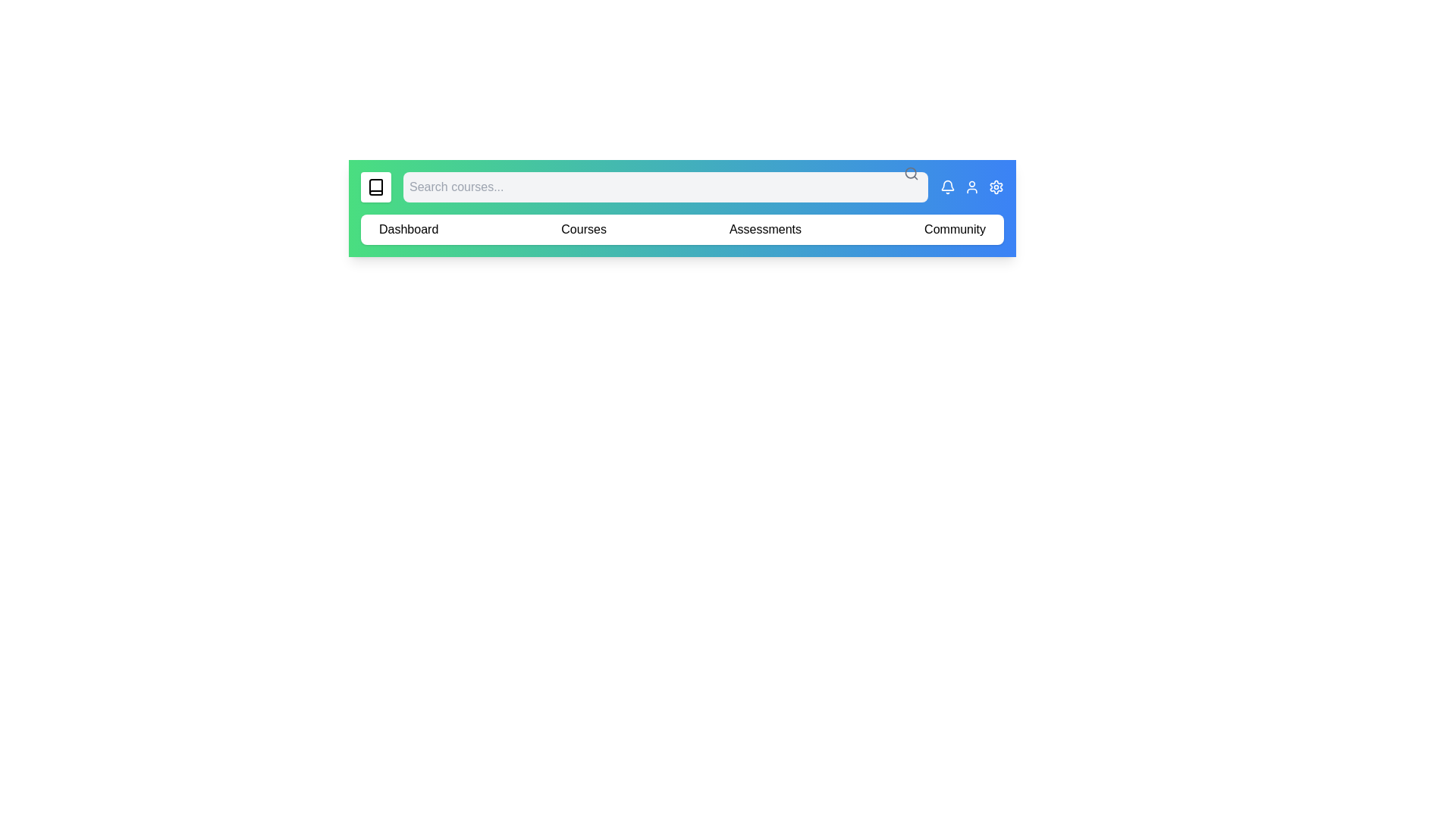 Image resolution: width=1456 pixels, height=819 pixels. I want to click on the element labeled 'Search Icon' to reveal its hover effect, so click(910, 172).